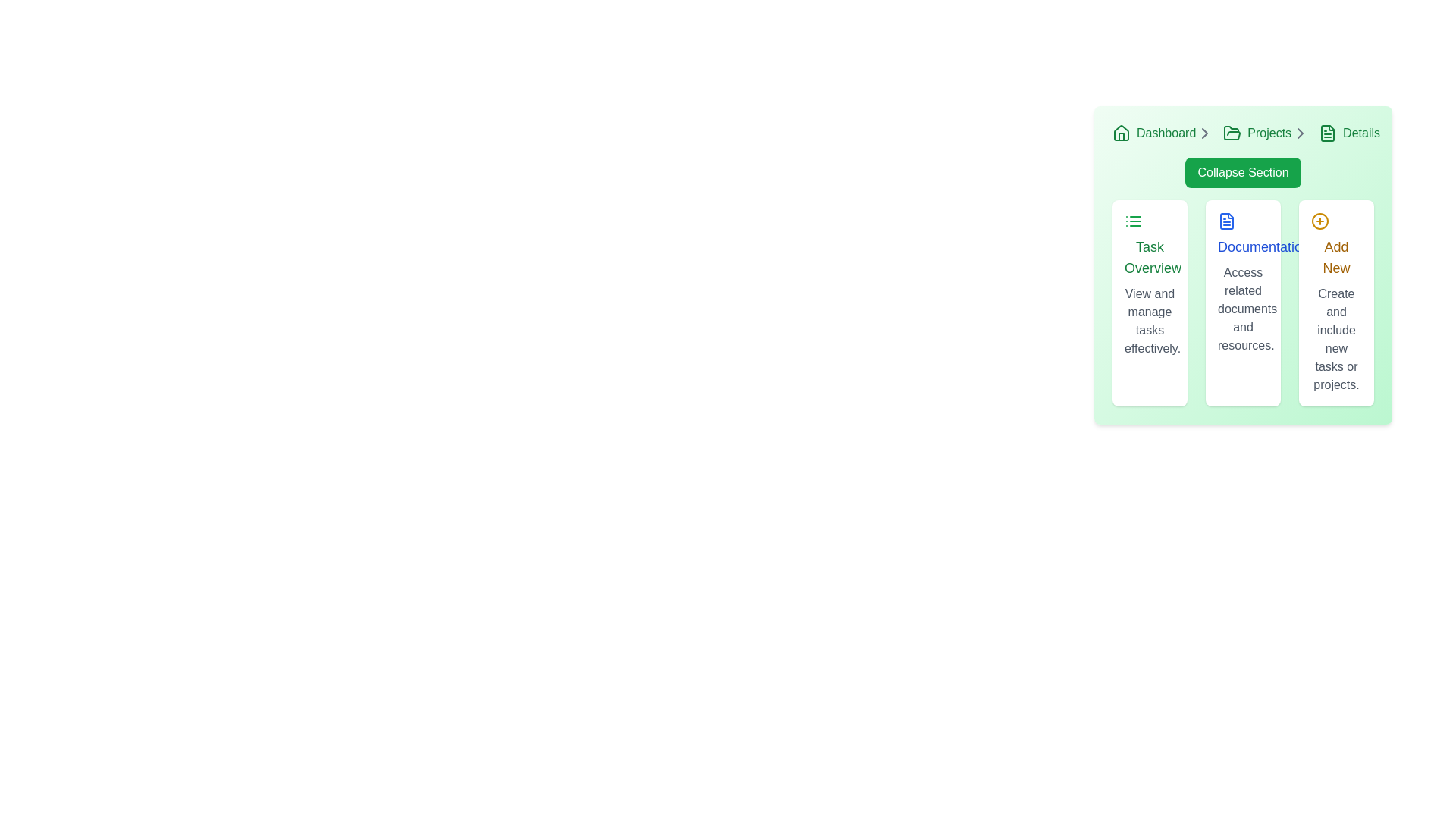 This screenshot has width=1456, height=819. I want to click on the Chevron/Arrow icon in the breadcrumb navigation, which serves as a visual cue for further navigation steps, located immediately to the right of the 'Projects' text, so click(1300, 133).